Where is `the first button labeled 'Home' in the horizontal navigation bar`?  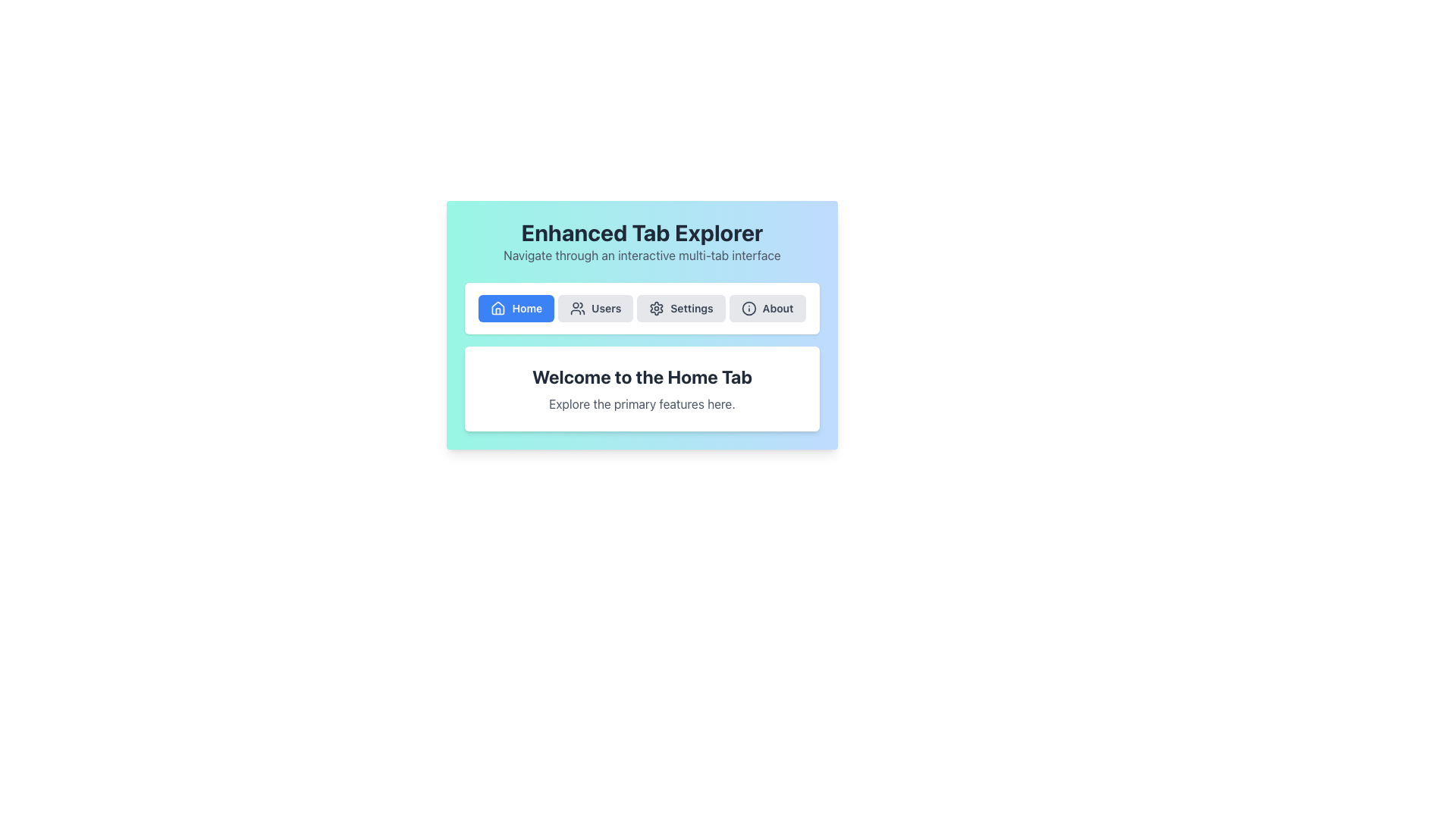
the first button labeled 'Home' in the horizontal navigation bar is located at coordinates (516, 308).